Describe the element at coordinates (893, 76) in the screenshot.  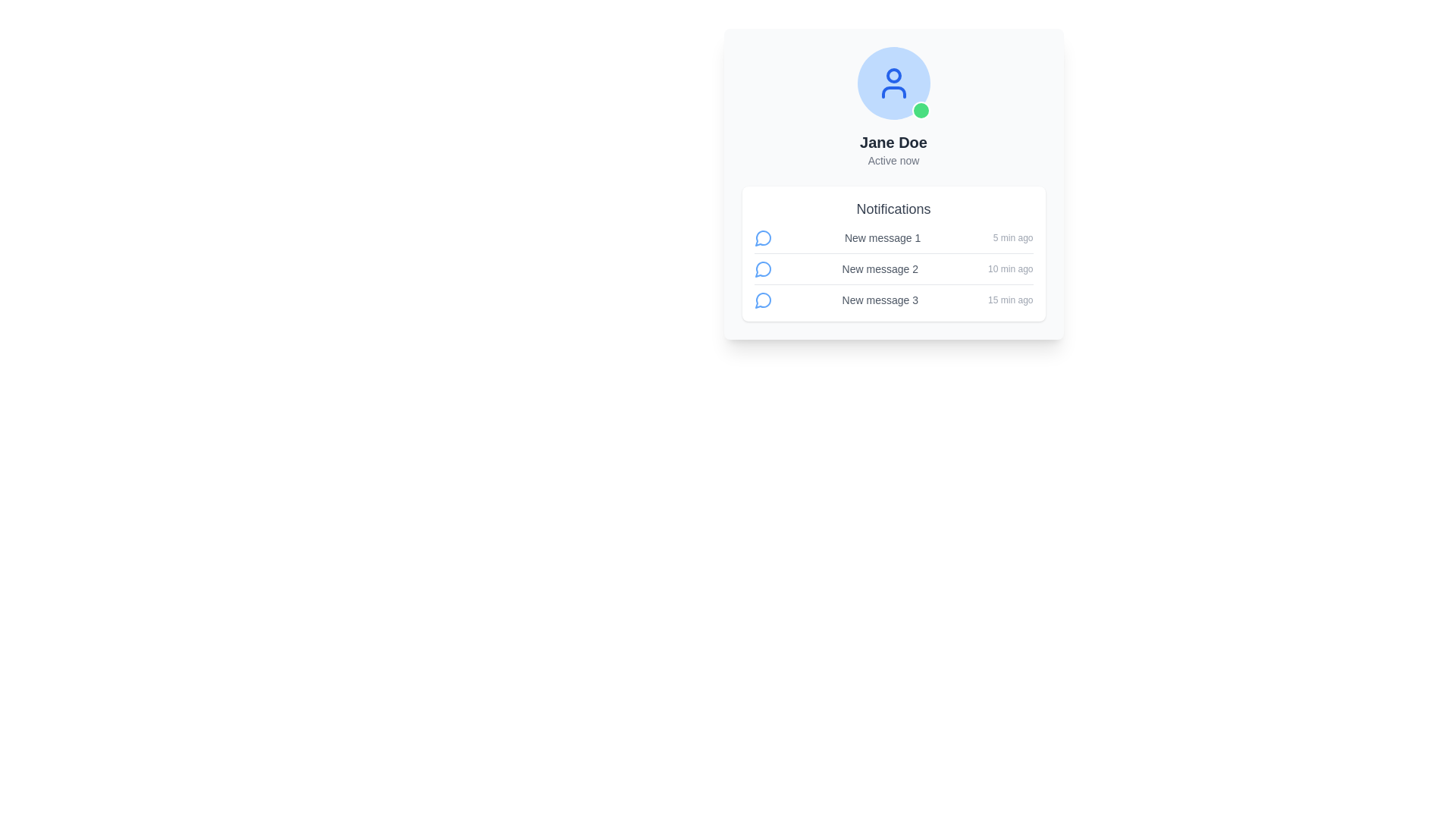
I see `the circular shape within the SVG user icon, which represents a feature of the user icon, located at the top section of the user card` at that location.